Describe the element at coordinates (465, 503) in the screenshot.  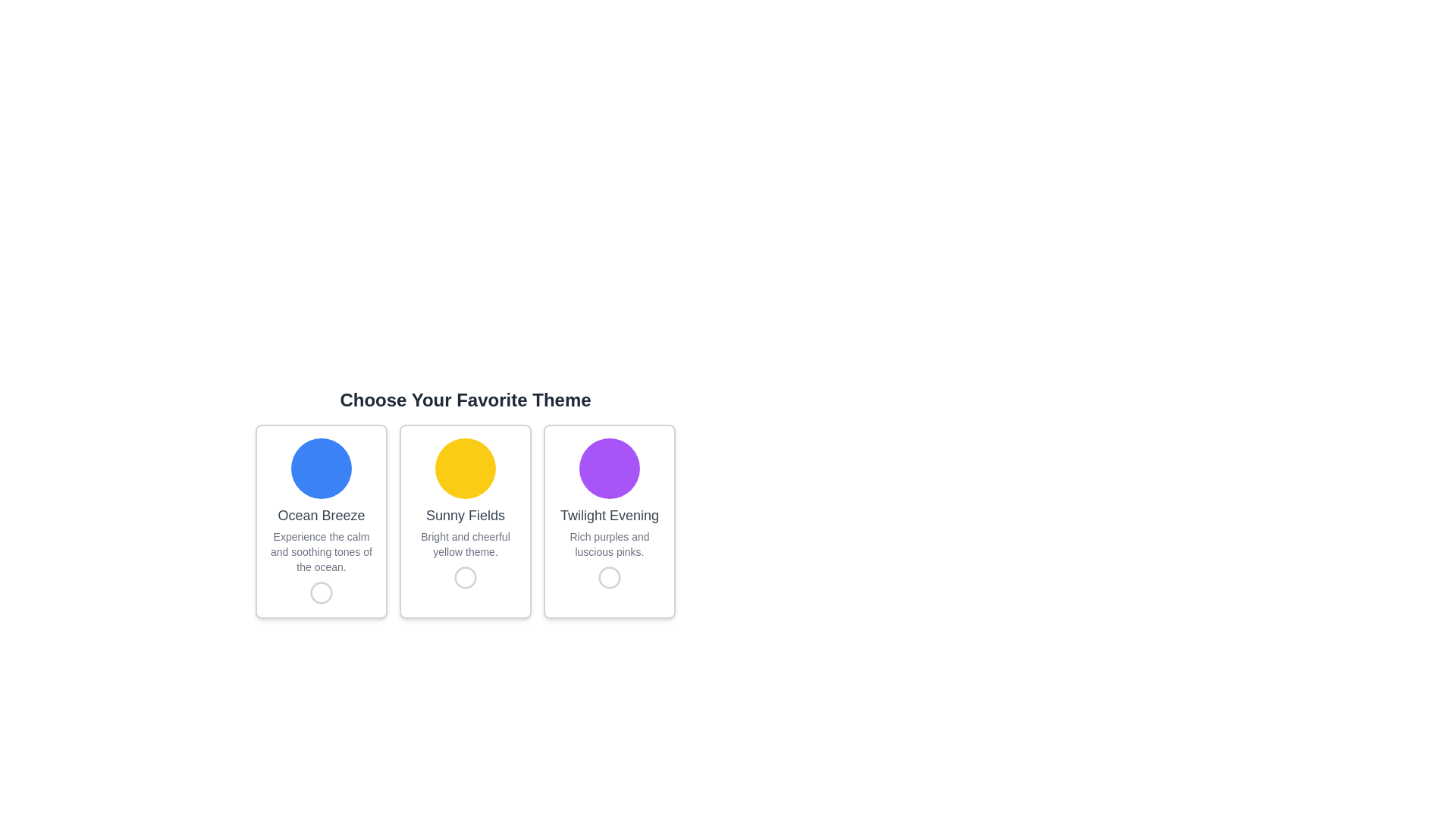
I see `the heading element that serves as the title for the selection interface, guiding the user to choose from available themes` at that location.